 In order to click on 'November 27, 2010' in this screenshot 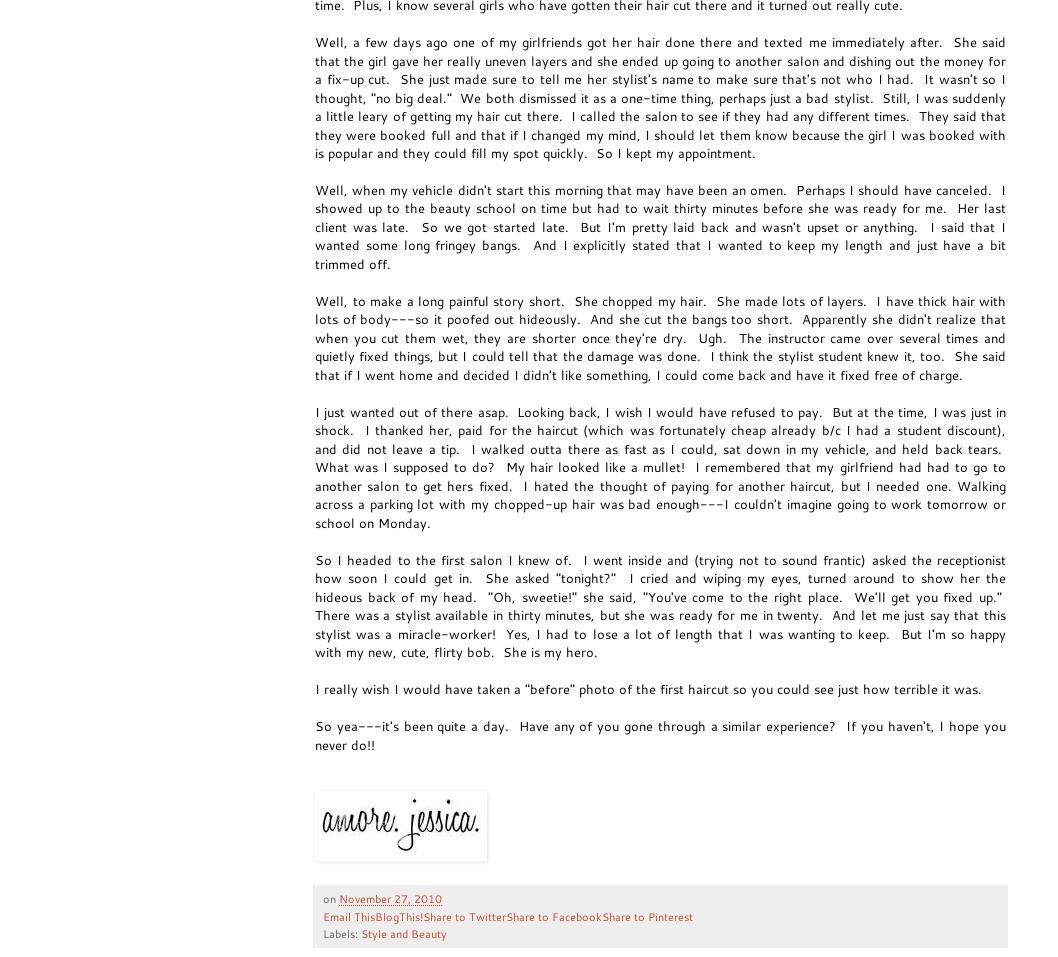, I will do `click(337, 898)`.